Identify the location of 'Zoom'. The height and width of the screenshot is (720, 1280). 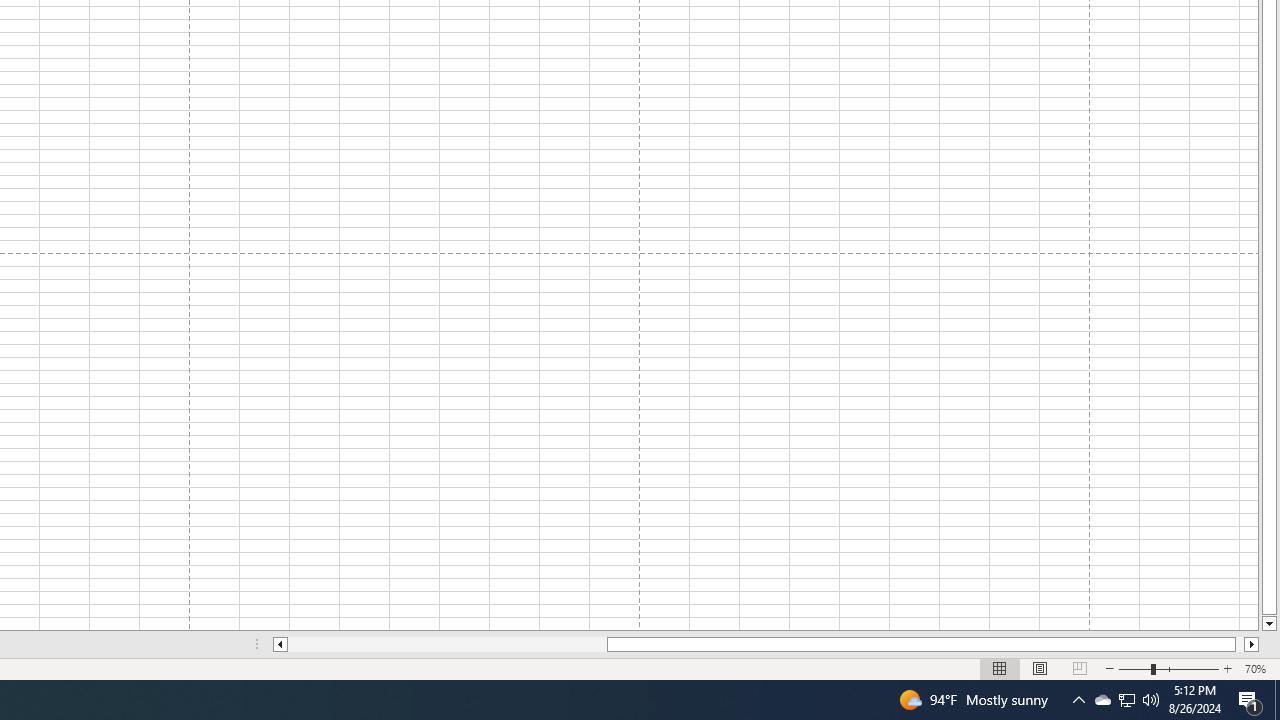
(1168, 669).